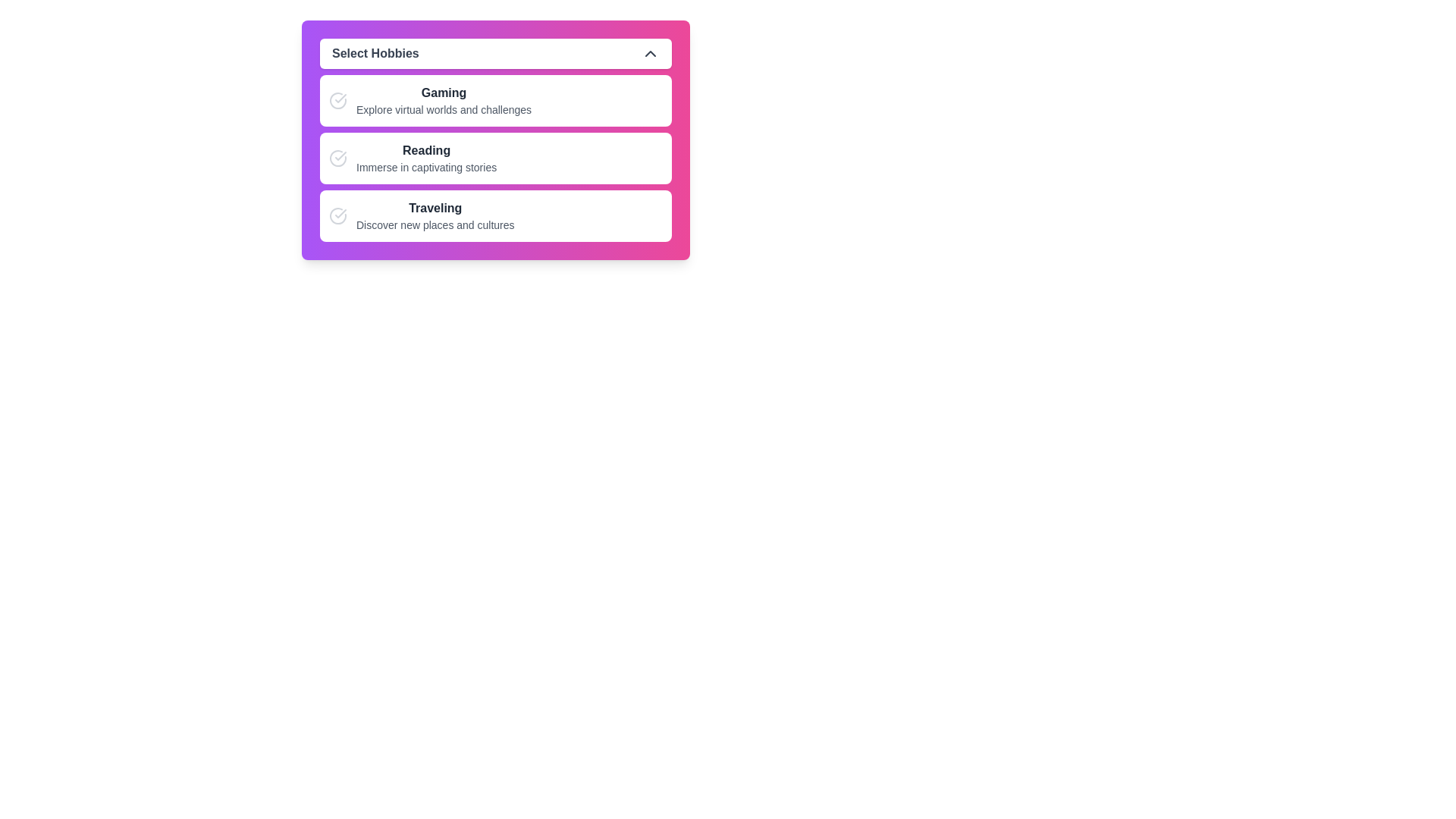  What do you see at coordinates (495, 52) in the screenshot?
I see `'Select Hobbies' dropdown header button using developer tools by clicking on it` at bounding box center [495, 52].